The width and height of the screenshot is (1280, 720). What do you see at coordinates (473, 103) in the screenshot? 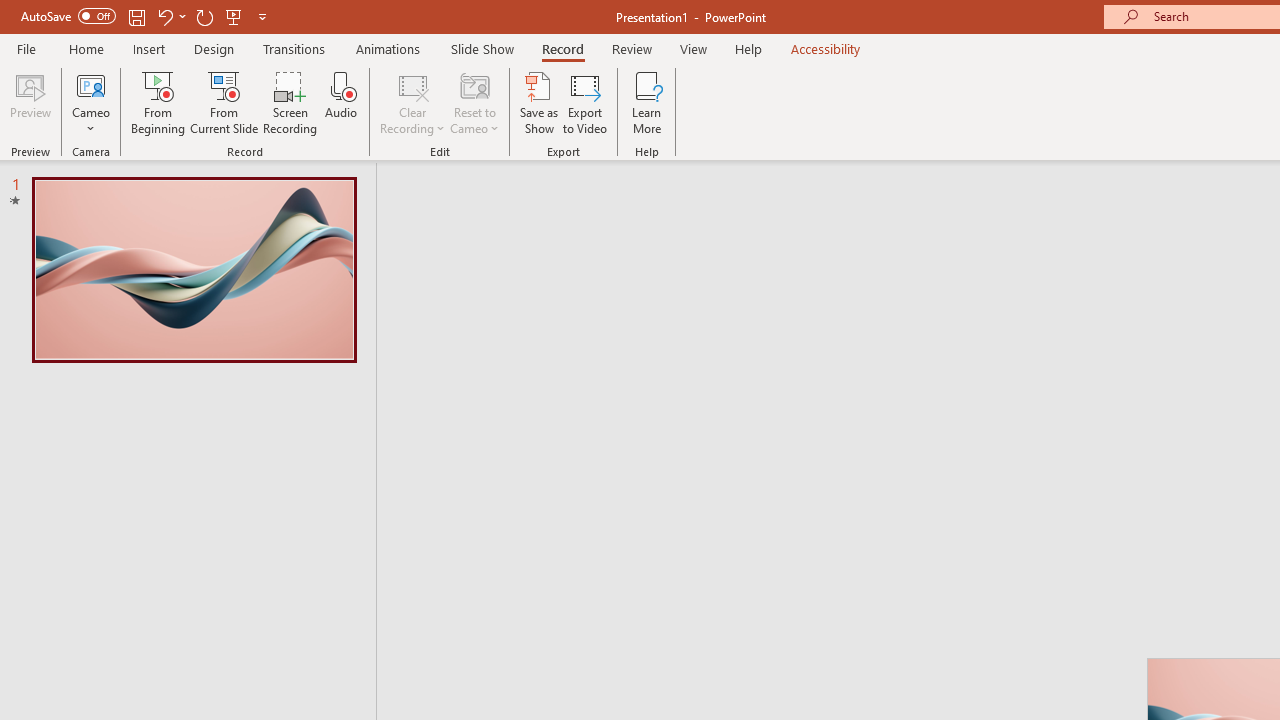
I see `'Reset to Cameo'` at bounding box center [473, 103].